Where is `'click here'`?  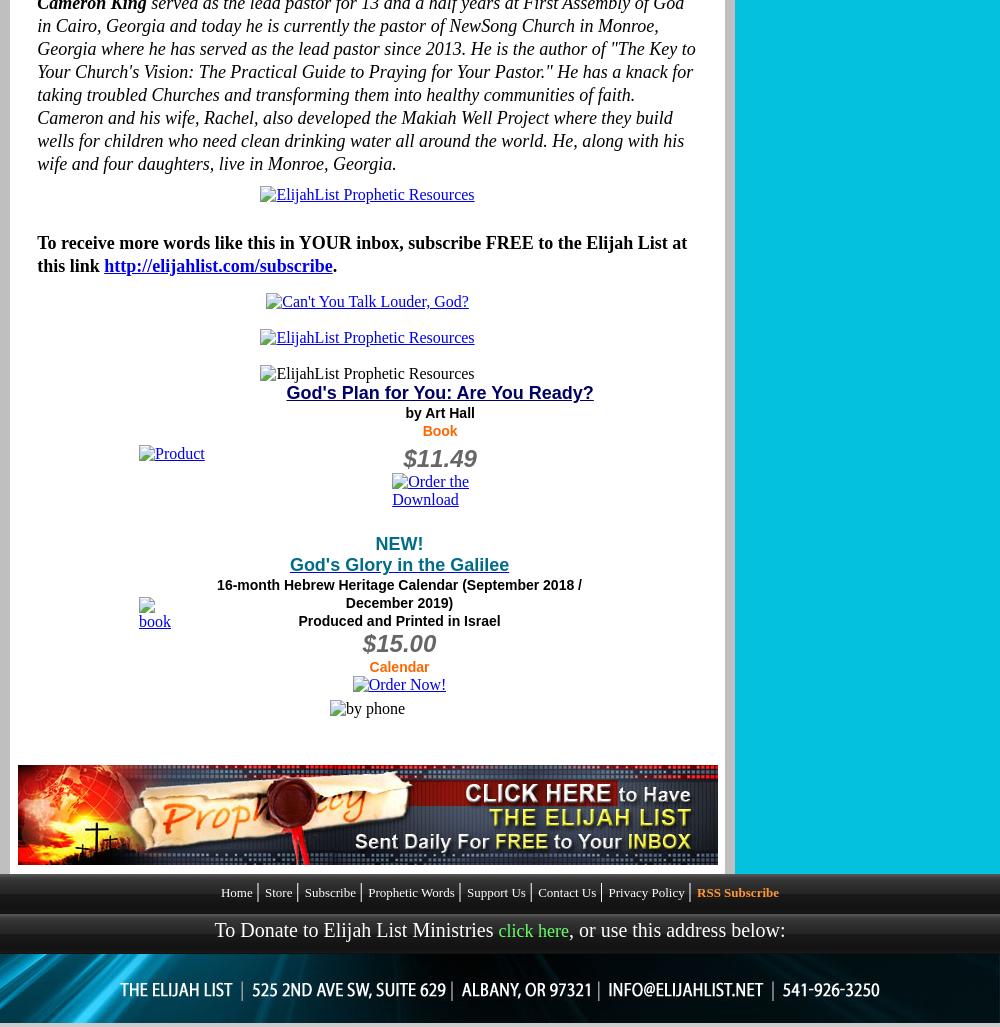
'click here' is located at coordinates (497, 930).